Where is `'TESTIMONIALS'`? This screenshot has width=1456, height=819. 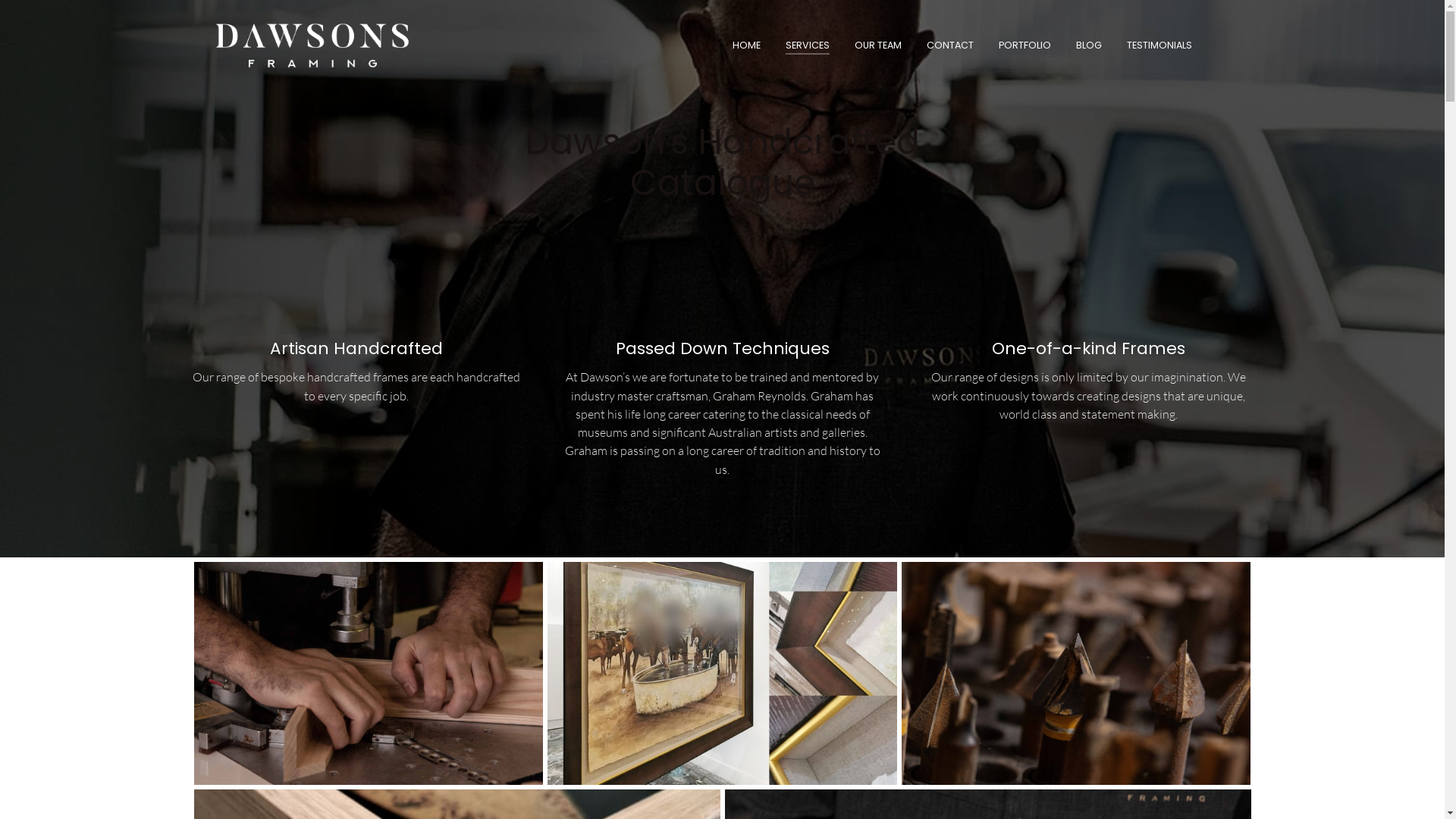
'TESTIMONIALS' is located at coordinates (1153, 45).